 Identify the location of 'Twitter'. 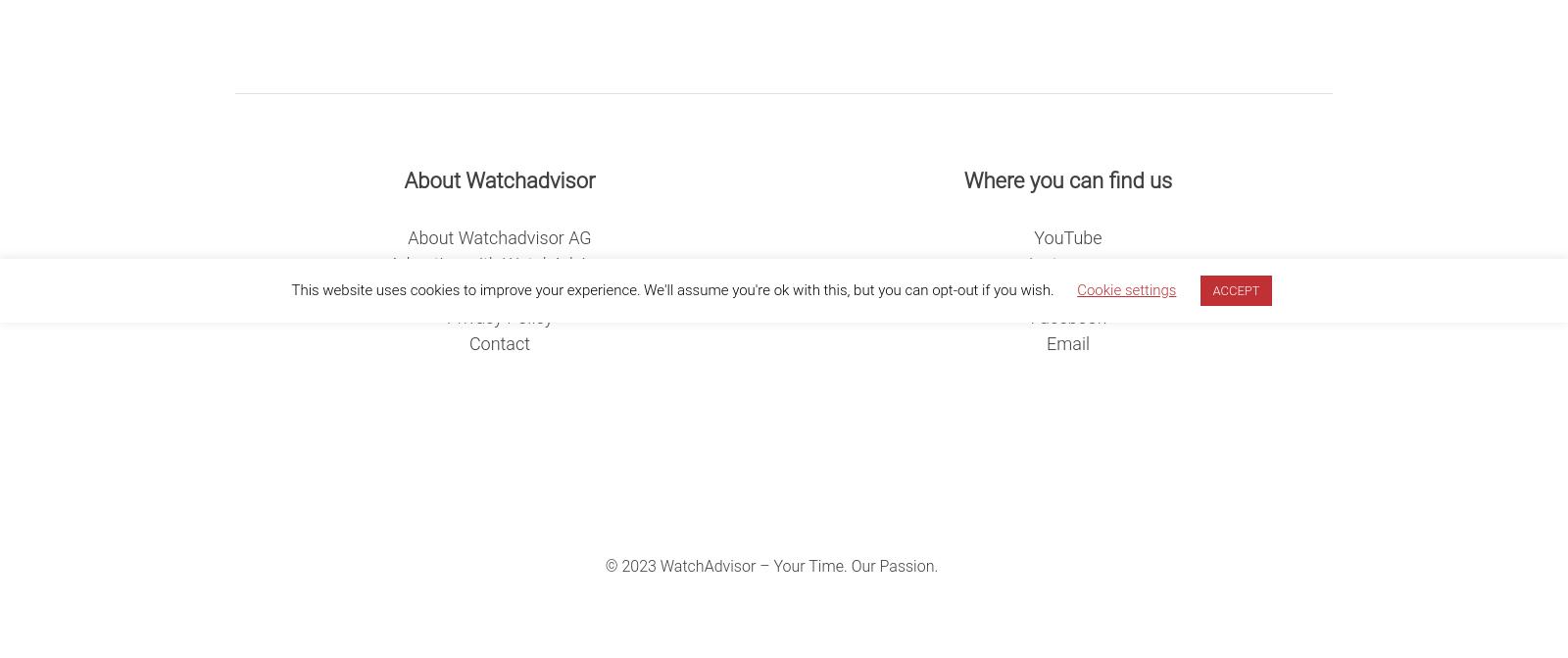
(1067, 289).